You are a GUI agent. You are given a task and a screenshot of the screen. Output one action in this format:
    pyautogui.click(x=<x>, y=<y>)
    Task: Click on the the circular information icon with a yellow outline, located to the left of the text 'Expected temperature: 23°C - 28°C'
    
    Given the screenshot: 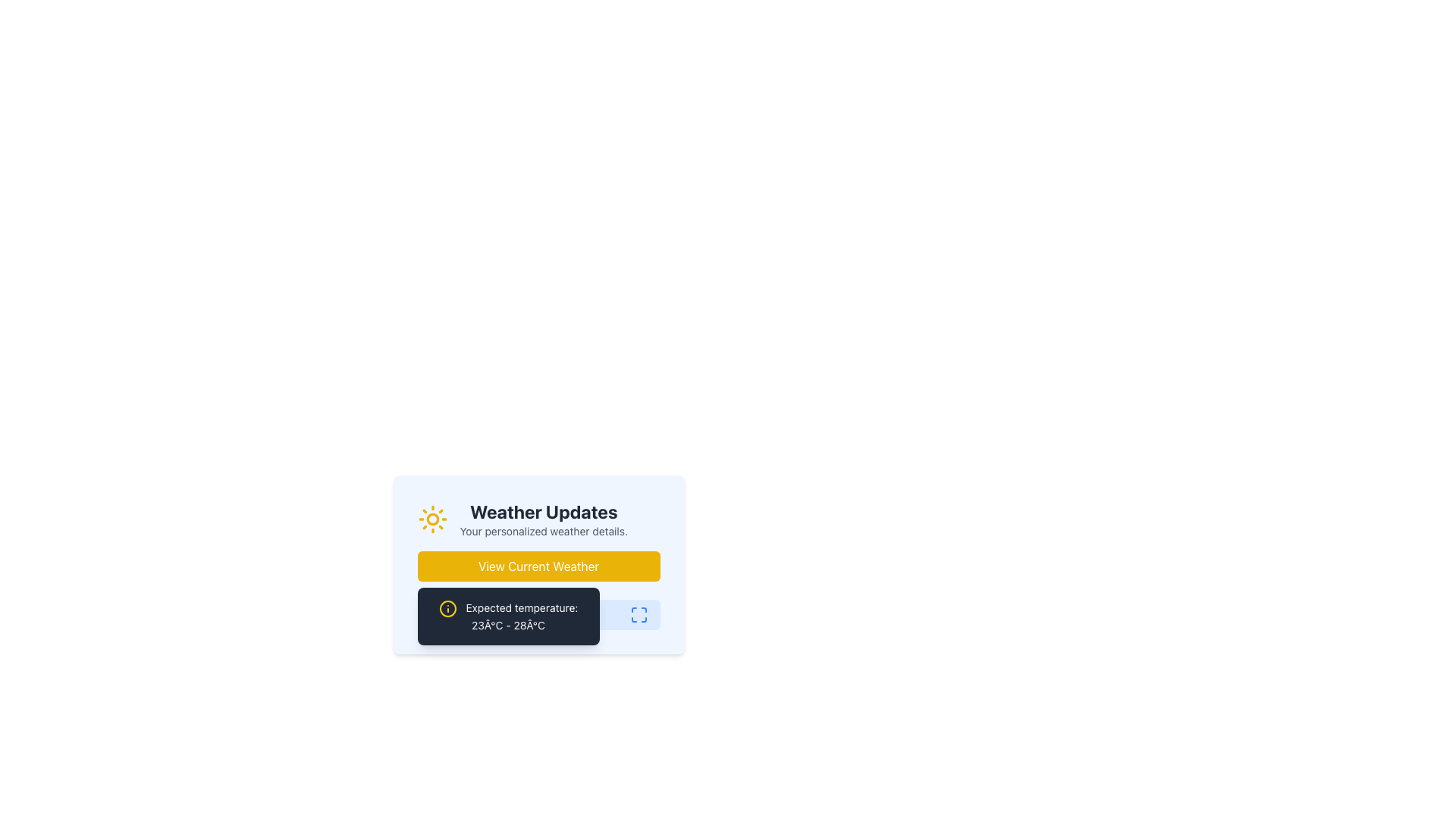 What is the action you would take?
    pyautogui.click(x=447, y=607)
    